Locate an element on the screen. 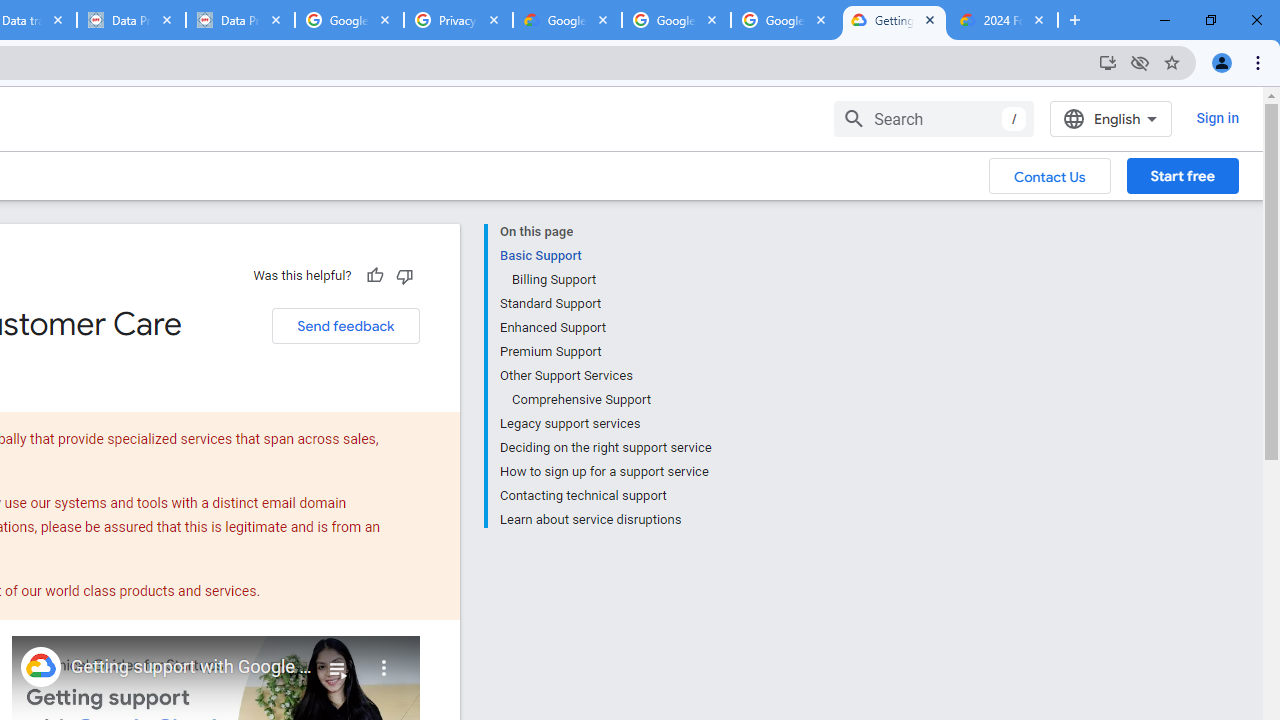  'Premium Support' is located at coordinates (604, 351).